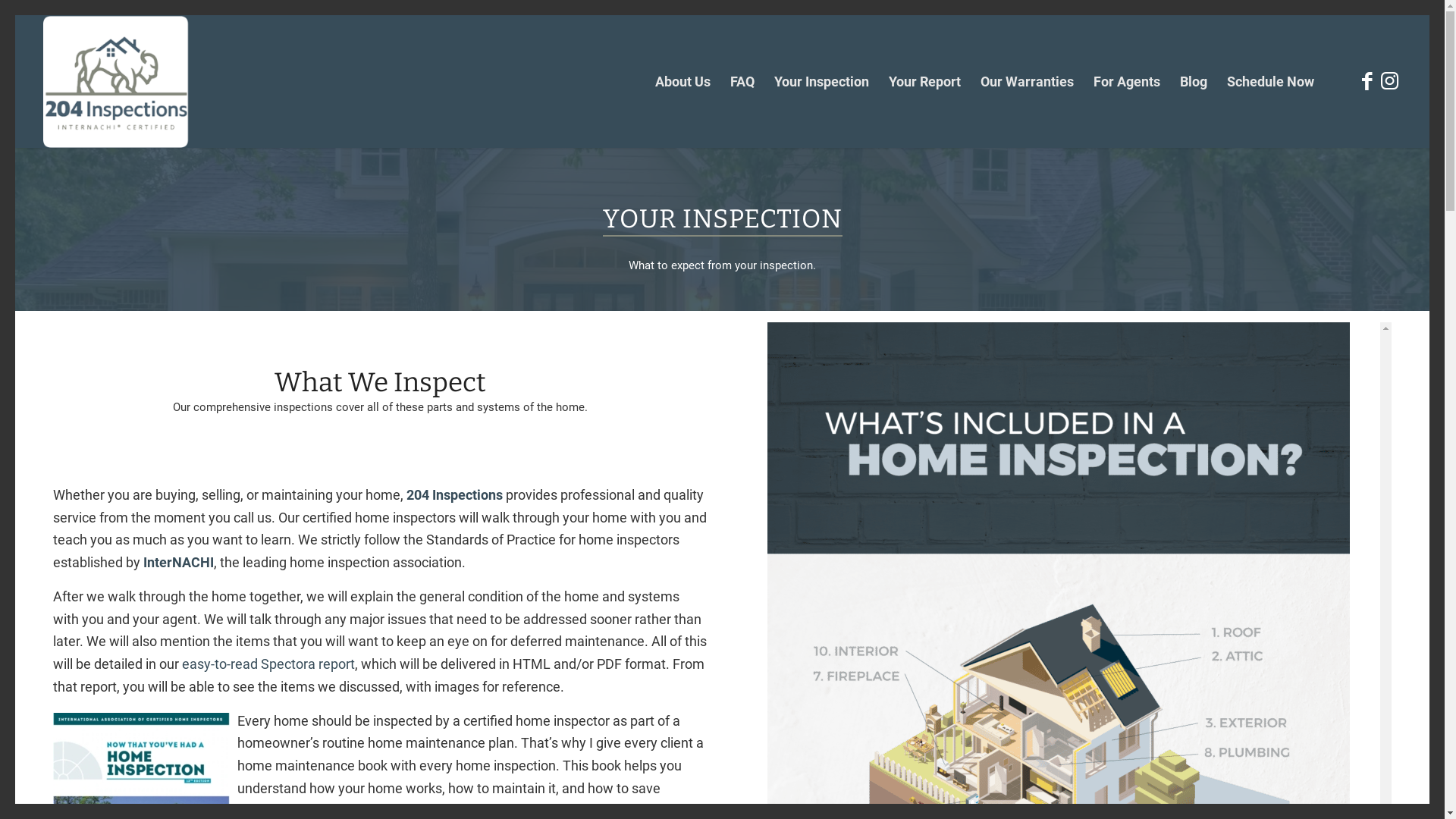  Describe the element at coordinates (1367, 81) in the screenshot. I see `'Facebook'` at that location.